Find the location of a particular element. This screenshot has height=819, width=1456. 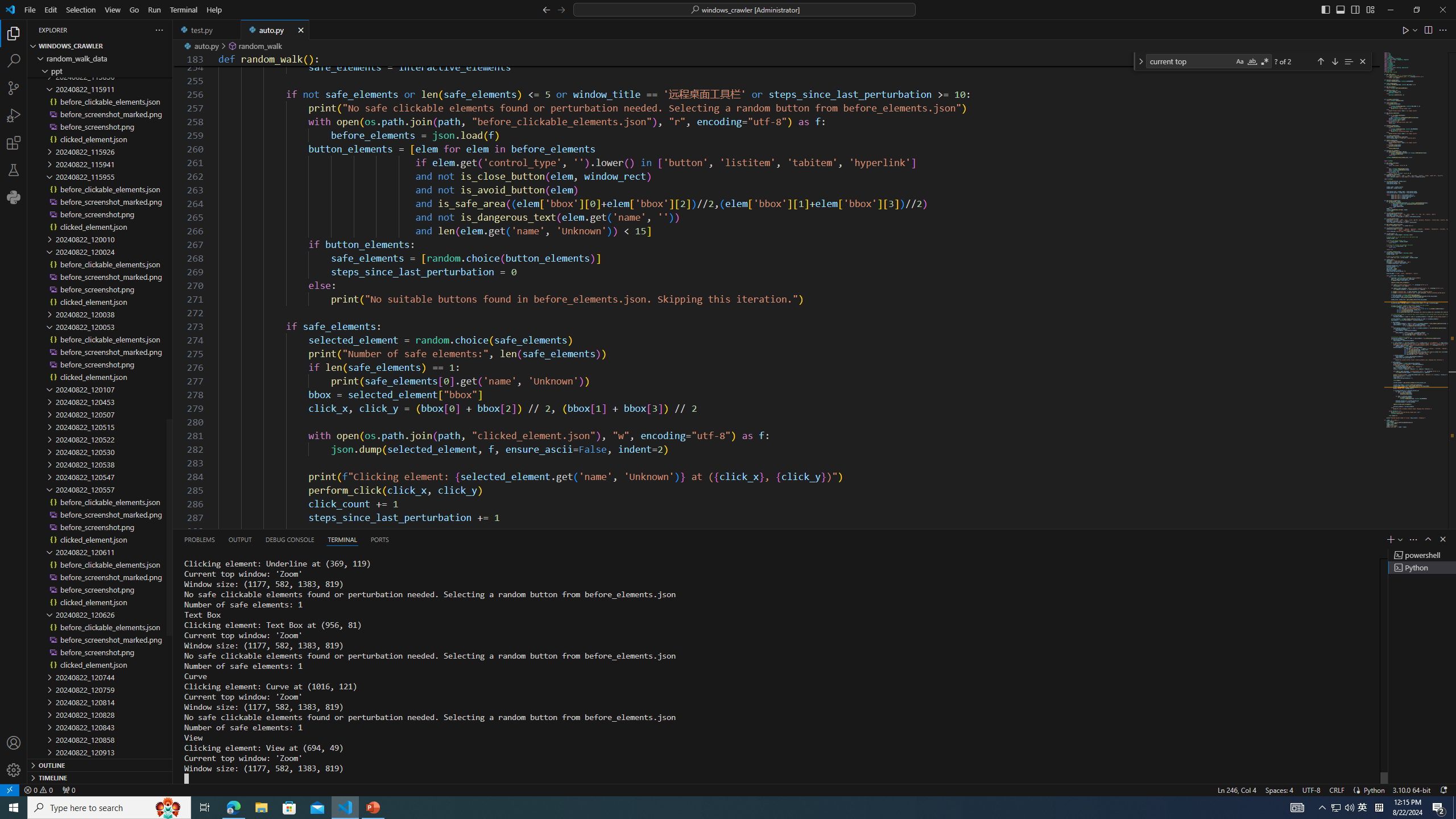

'Go Back (Alt+LeftArrow)' is located at coordinates (547, 9).